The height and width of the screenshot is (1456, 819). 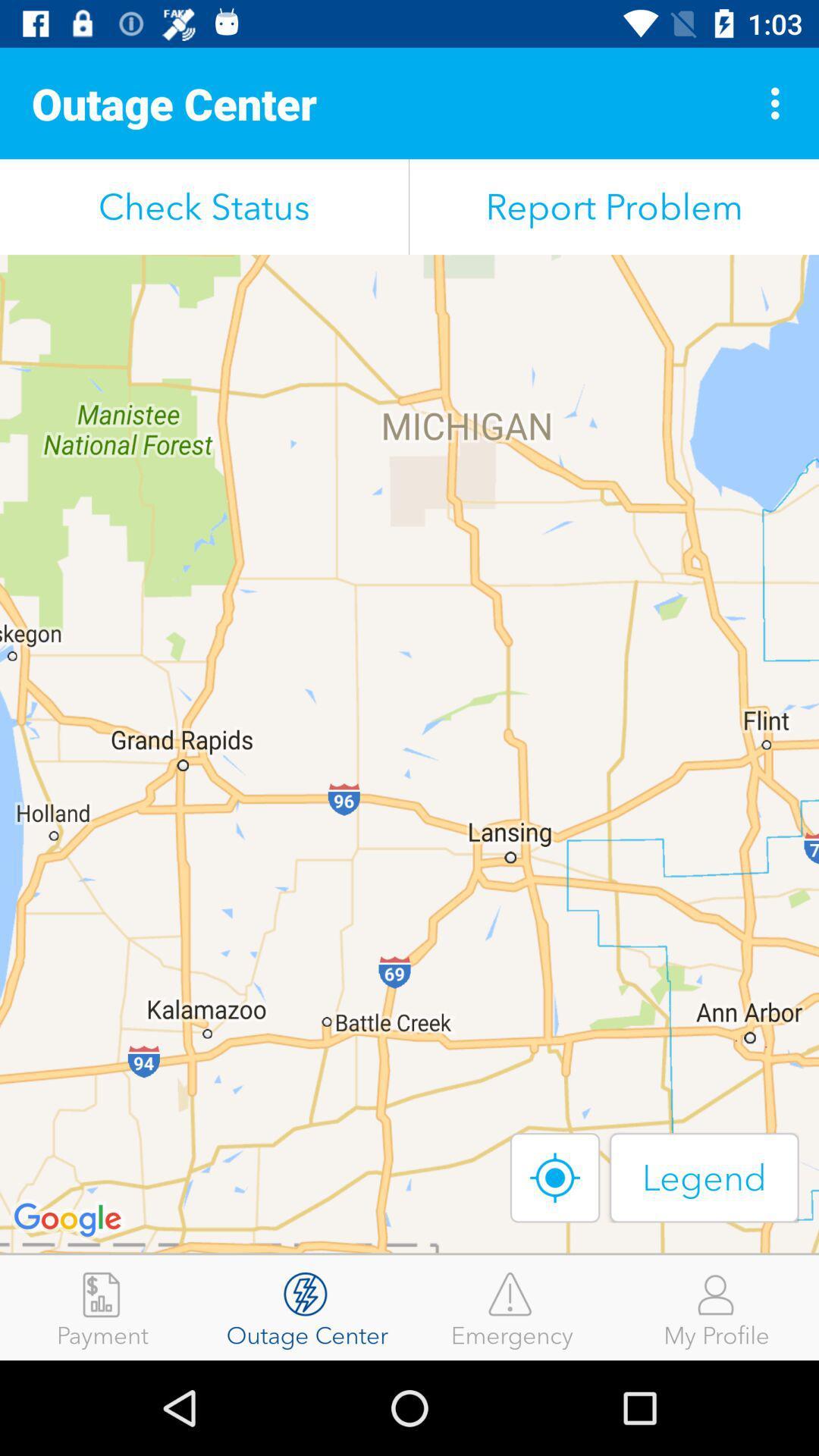 What do you see at coordinates (512, 1307) in the screenshot?
I see `the emergency` at bounding box center [512, 1307].